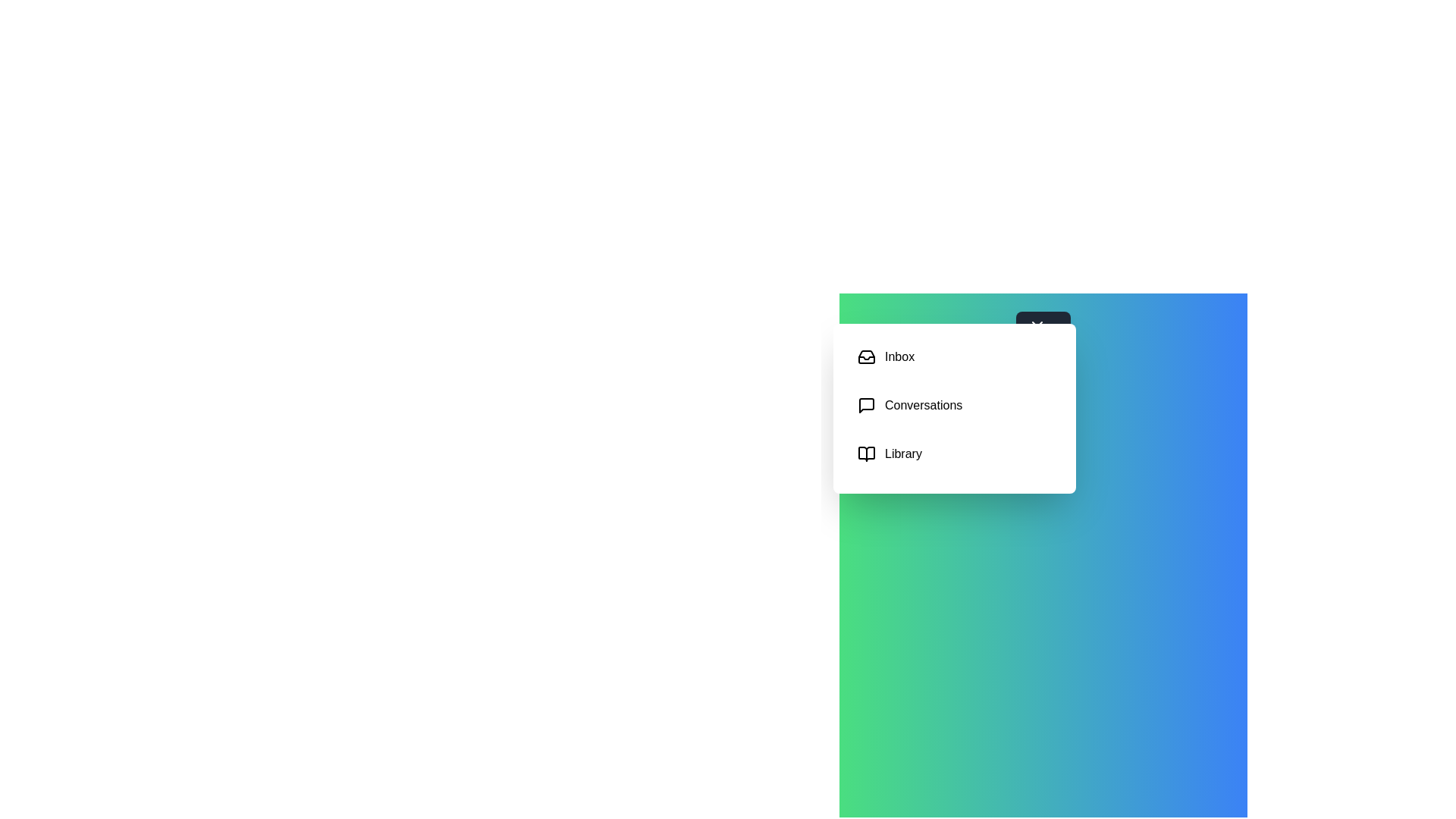 The height and width of the screenshot is (819, 1456). What do you see at coordinates (953, 453) in the screenshot?
I see `the category Library to observe the hover effect` at bounding box center [953, 453].